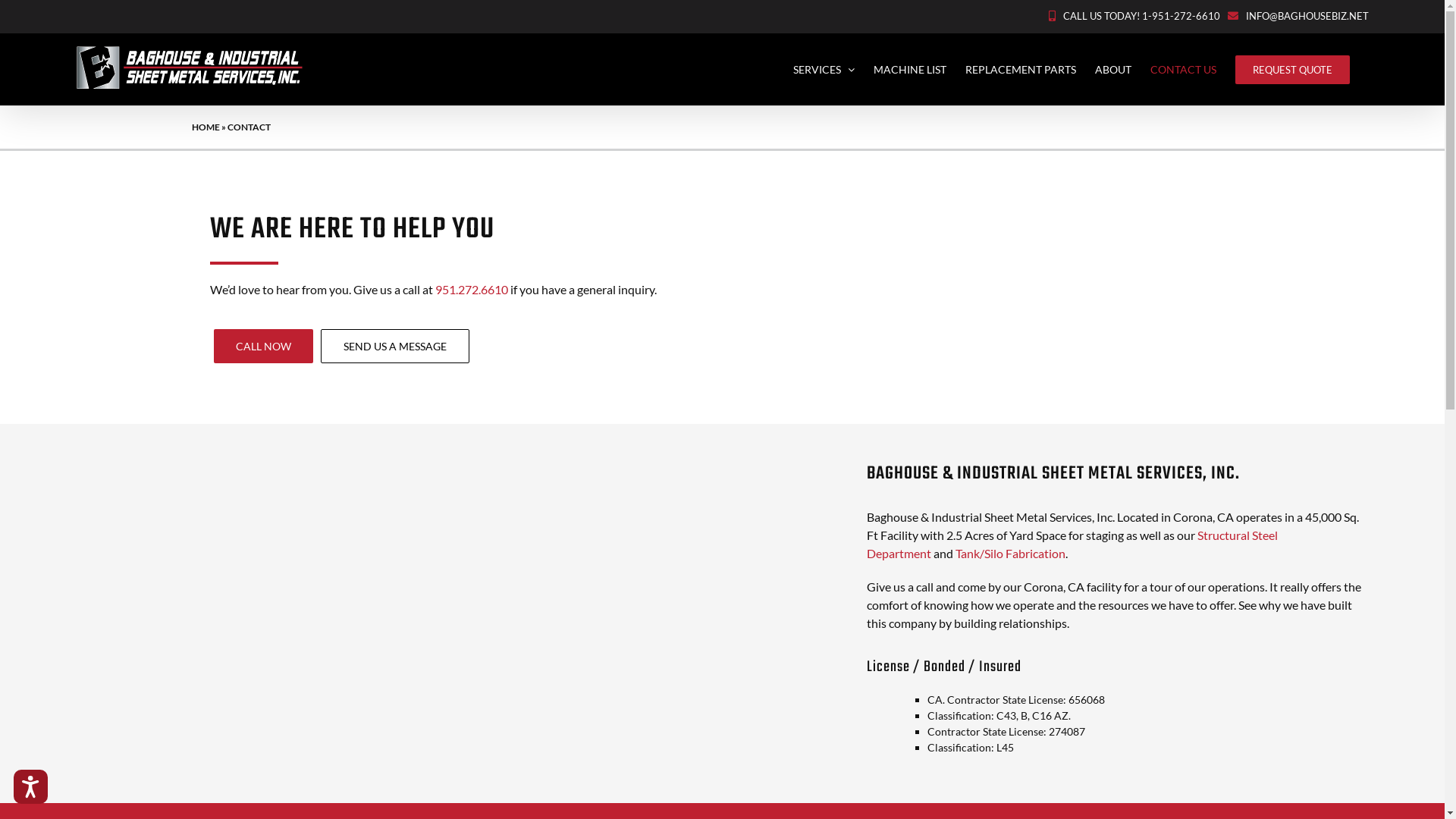 This screenshot has width=1456, height=819. What do you see at coordinates (1291, 69) in the screenshot?
I see `'REQUEST QUOTE'` at bounding box center [1291, 69].